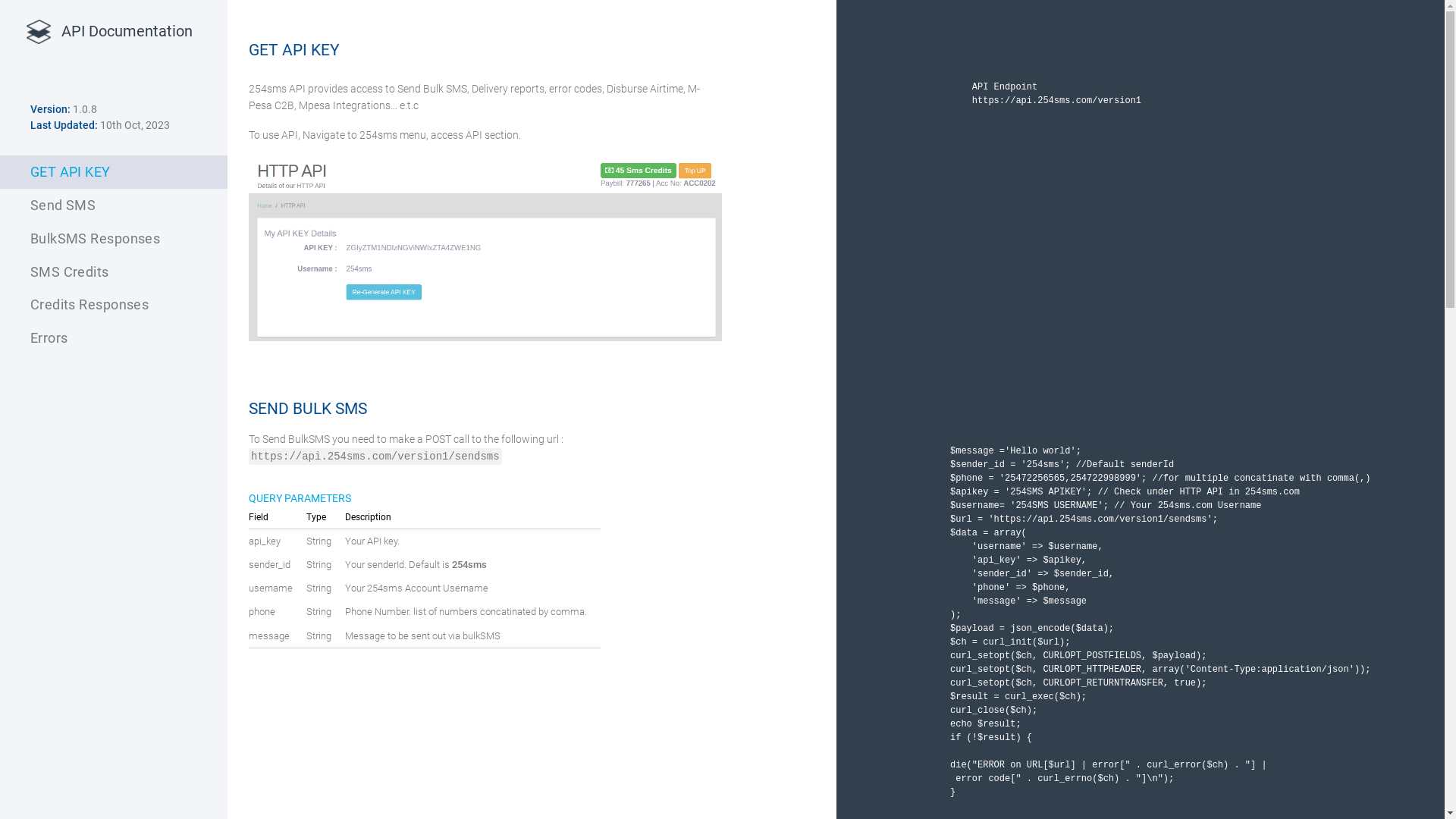 Image resolution: width=1456 pixels, height=819 pixels. What do you see at coordinates (0, 239) in the screenshot?
I see `'BulkSMS Responses'` at bounding box center [0, 239].